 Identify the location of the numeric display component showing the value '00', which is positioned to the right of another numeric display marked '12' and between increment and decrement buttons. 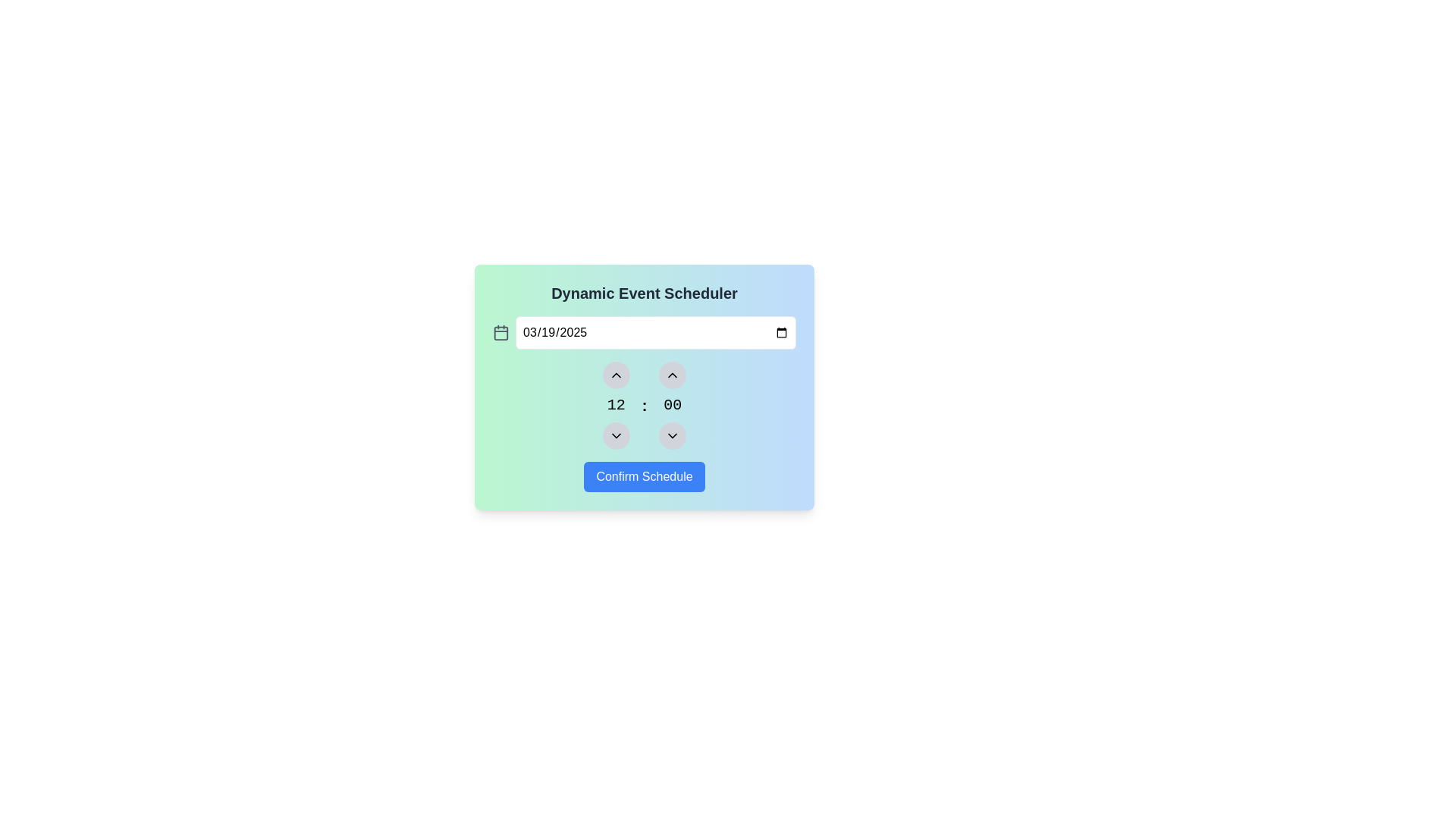
(672, 405).